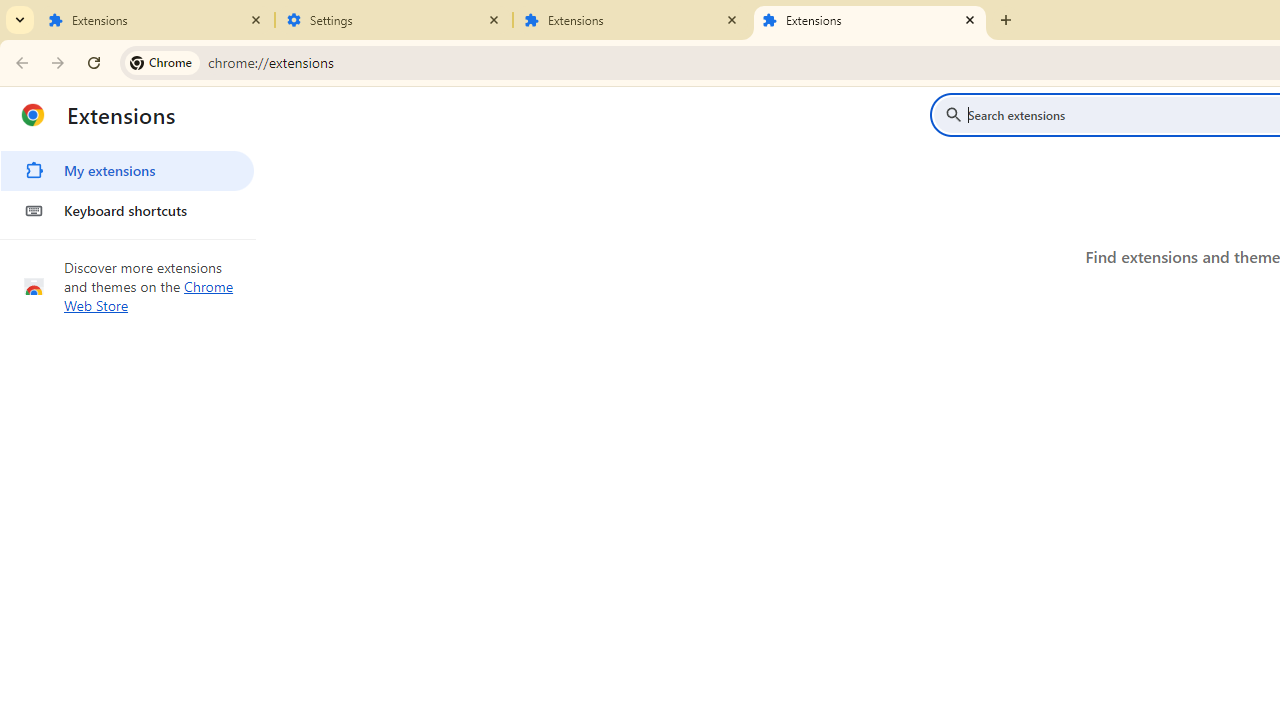  I want to click on 'Extensions', so click(155, 20).